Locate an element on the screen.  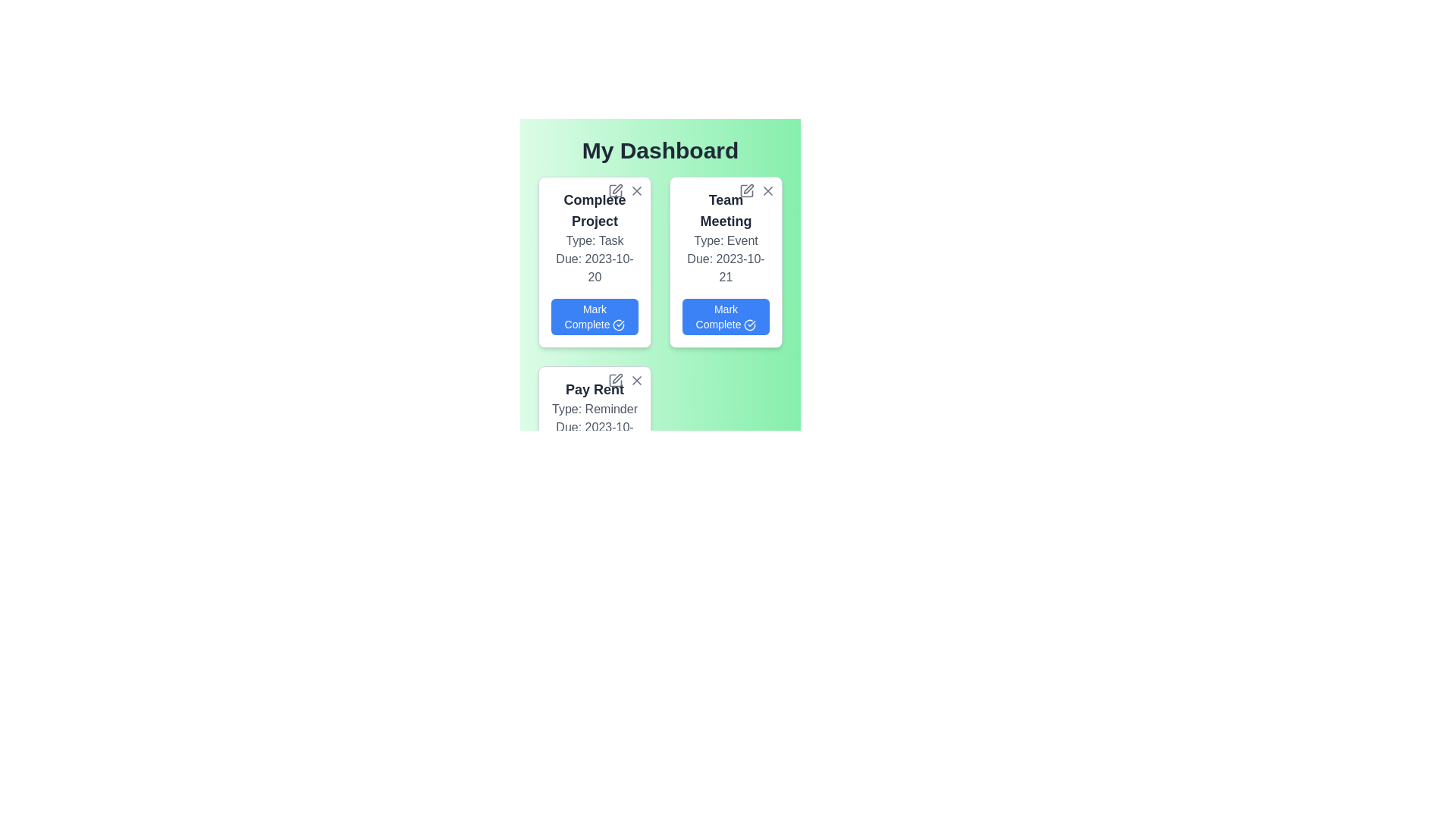
the text label indicating the due date associated with the task in the 'Complete Project' card, located below 'Type: Task' and above 'Mark Complete' is located at coordinates (594, 268).